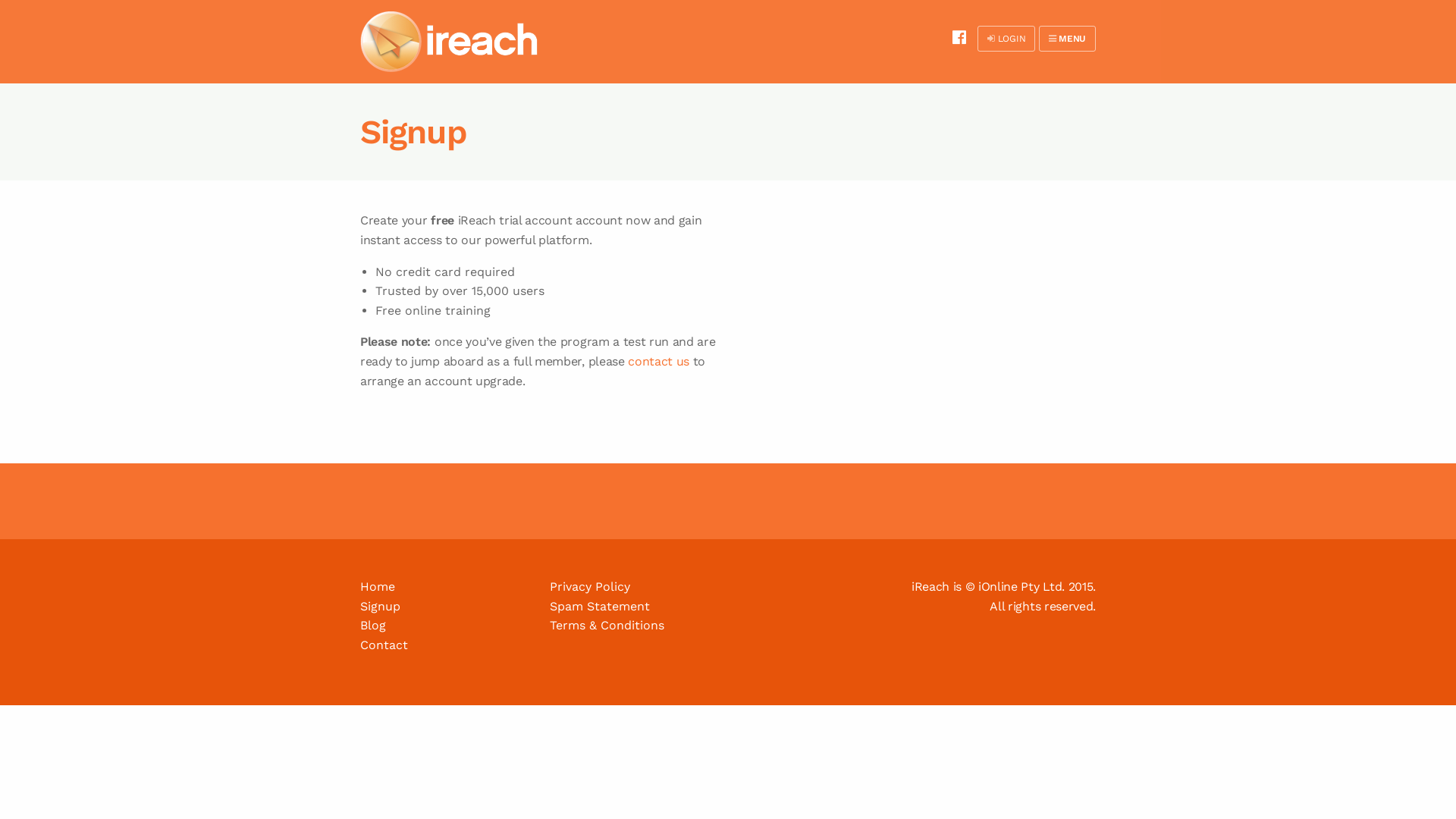 The width and height of the screenshot is (1456, 819). I want to click on 'LOGIN', so click(1006, 37).